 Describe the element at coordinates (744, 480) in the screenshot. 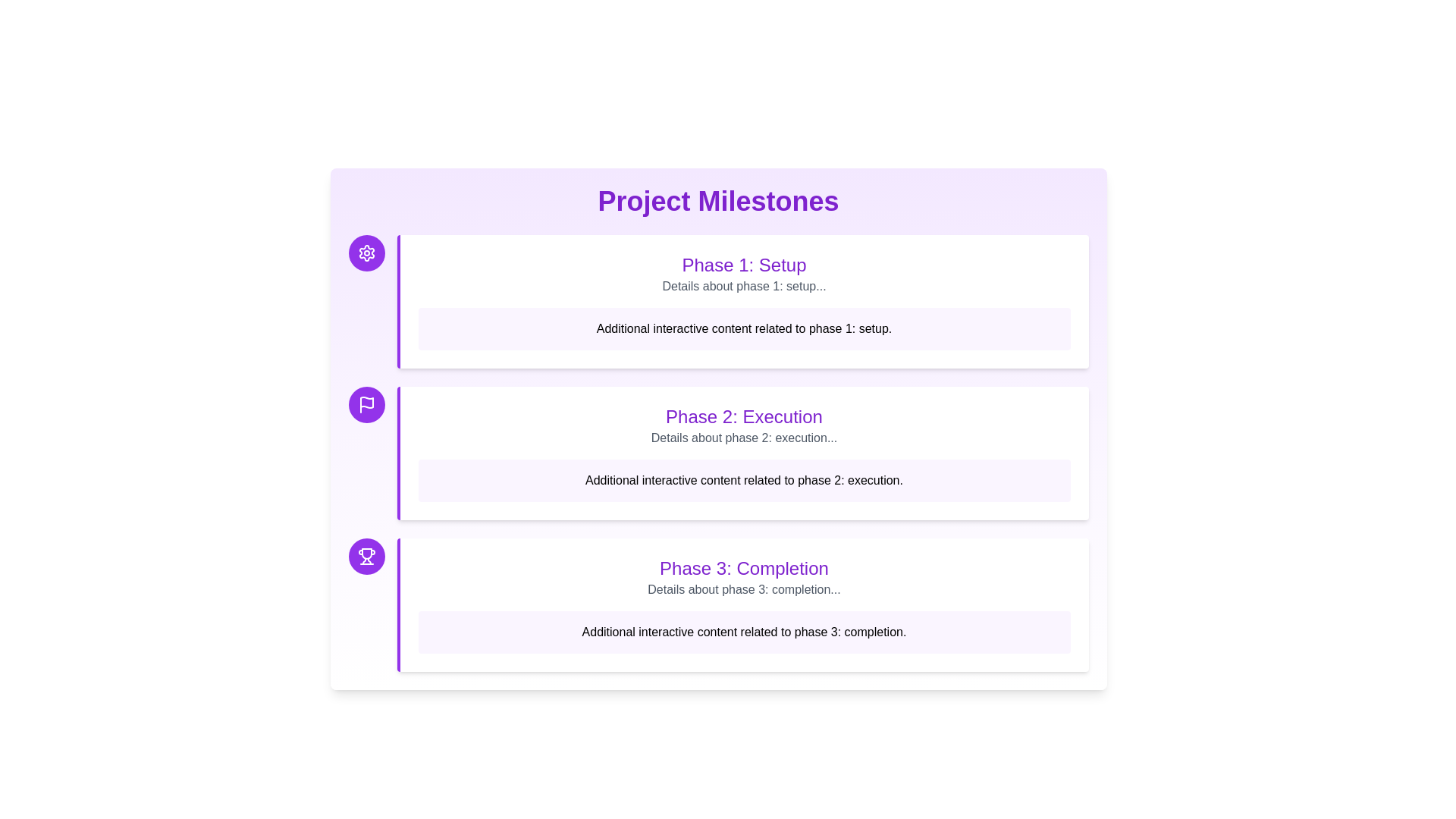

I see `the rectangular text box with a light purple background containing the text 'Additional interactive content related to phase 2: execution.'` at that location.